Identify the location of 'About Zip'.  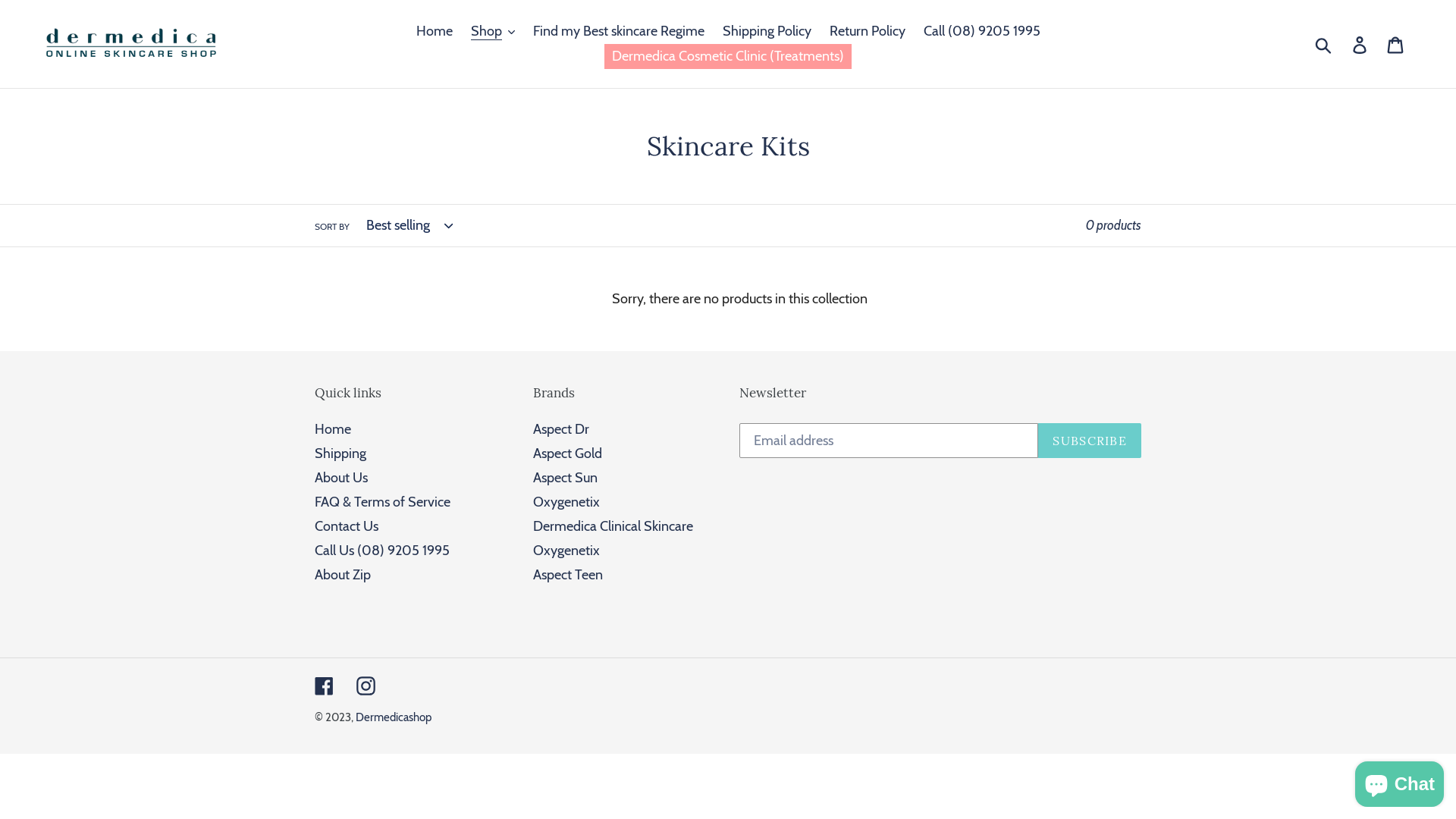
(341, 575).